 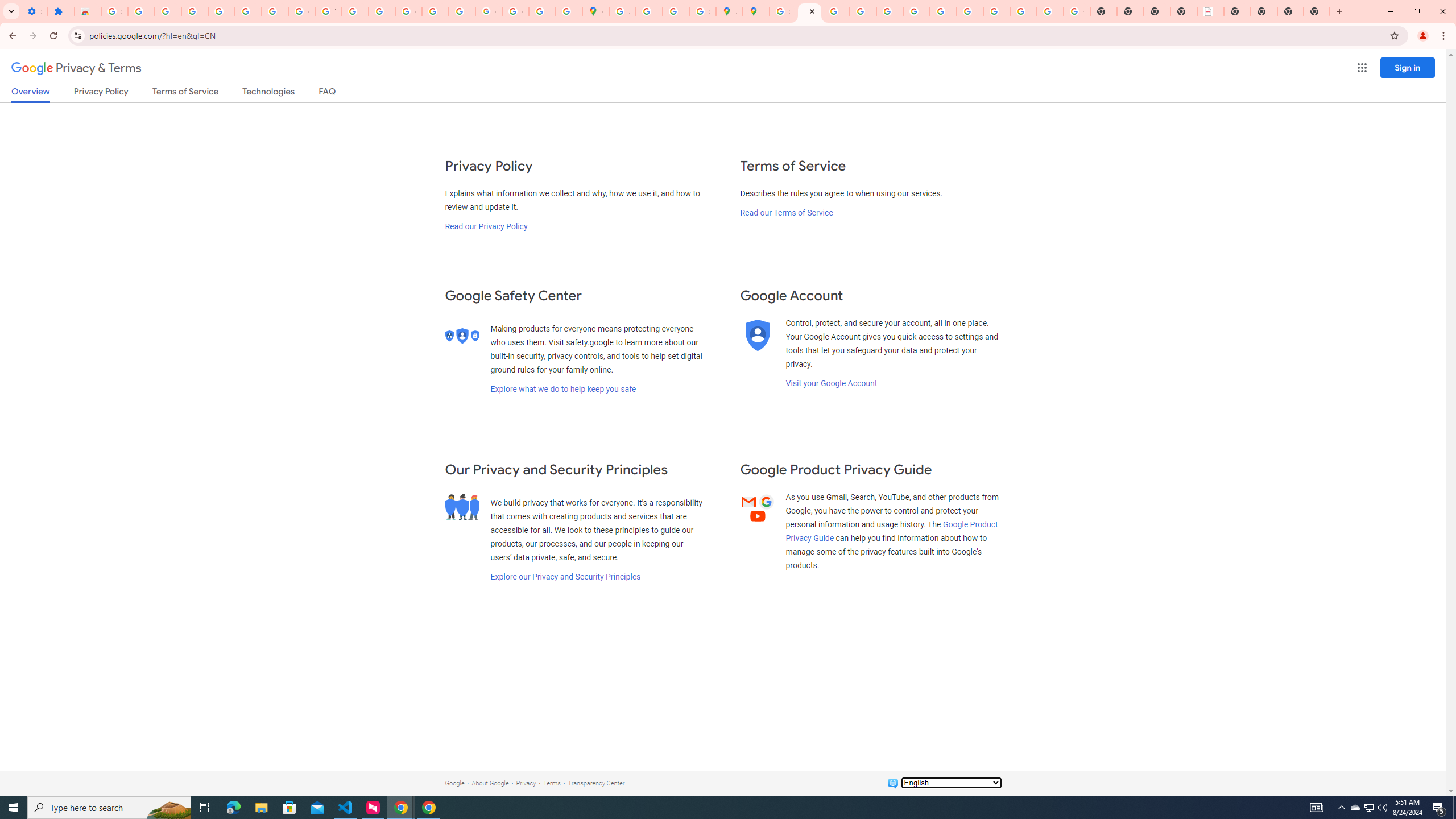 I want to click on 'LAAD Defence & Security 2025 | BAE Systems', so click(x=1210, y=11).